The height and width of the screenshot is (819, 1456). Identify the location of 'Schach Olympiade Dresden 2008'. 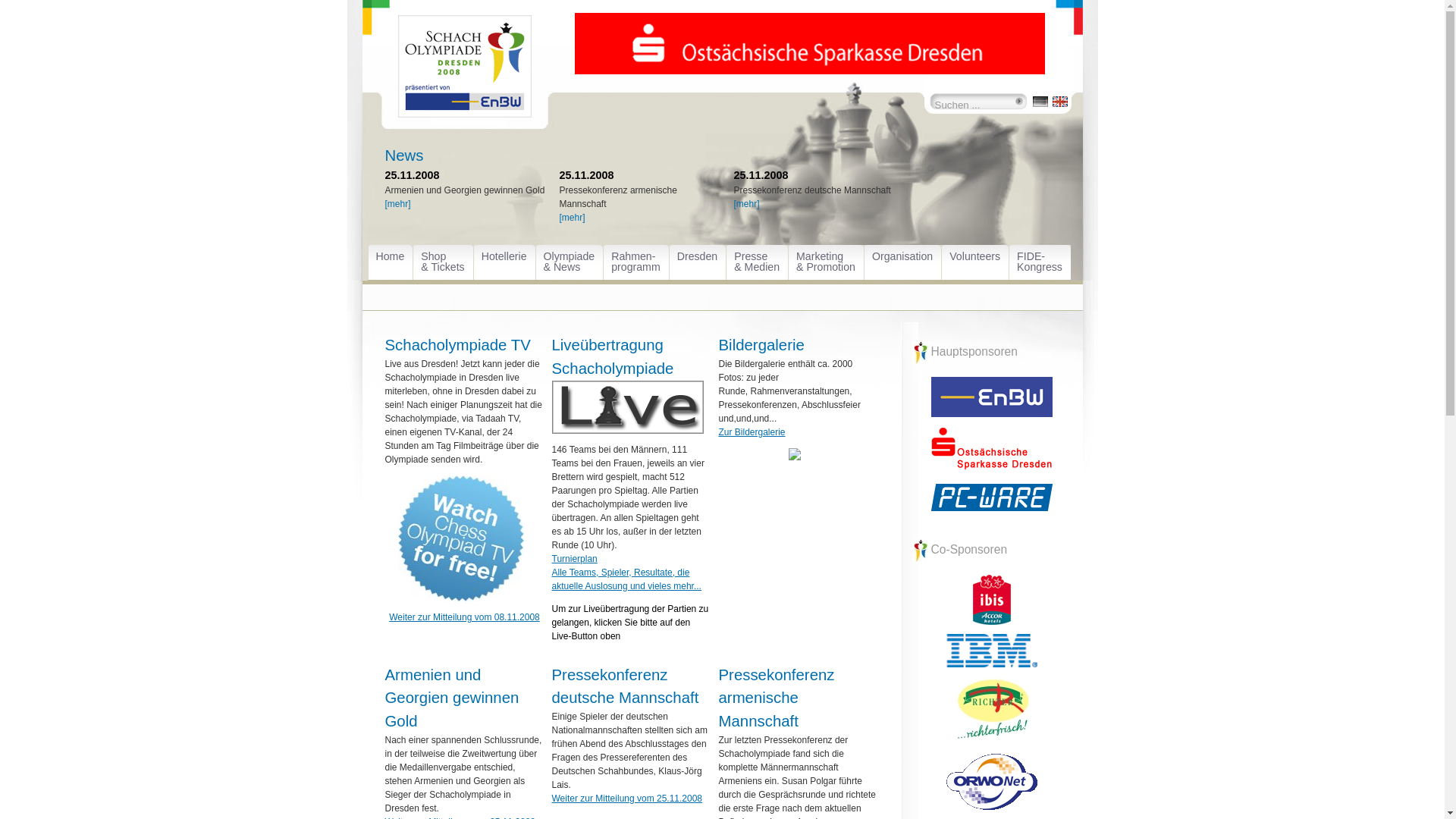
(464, 76).